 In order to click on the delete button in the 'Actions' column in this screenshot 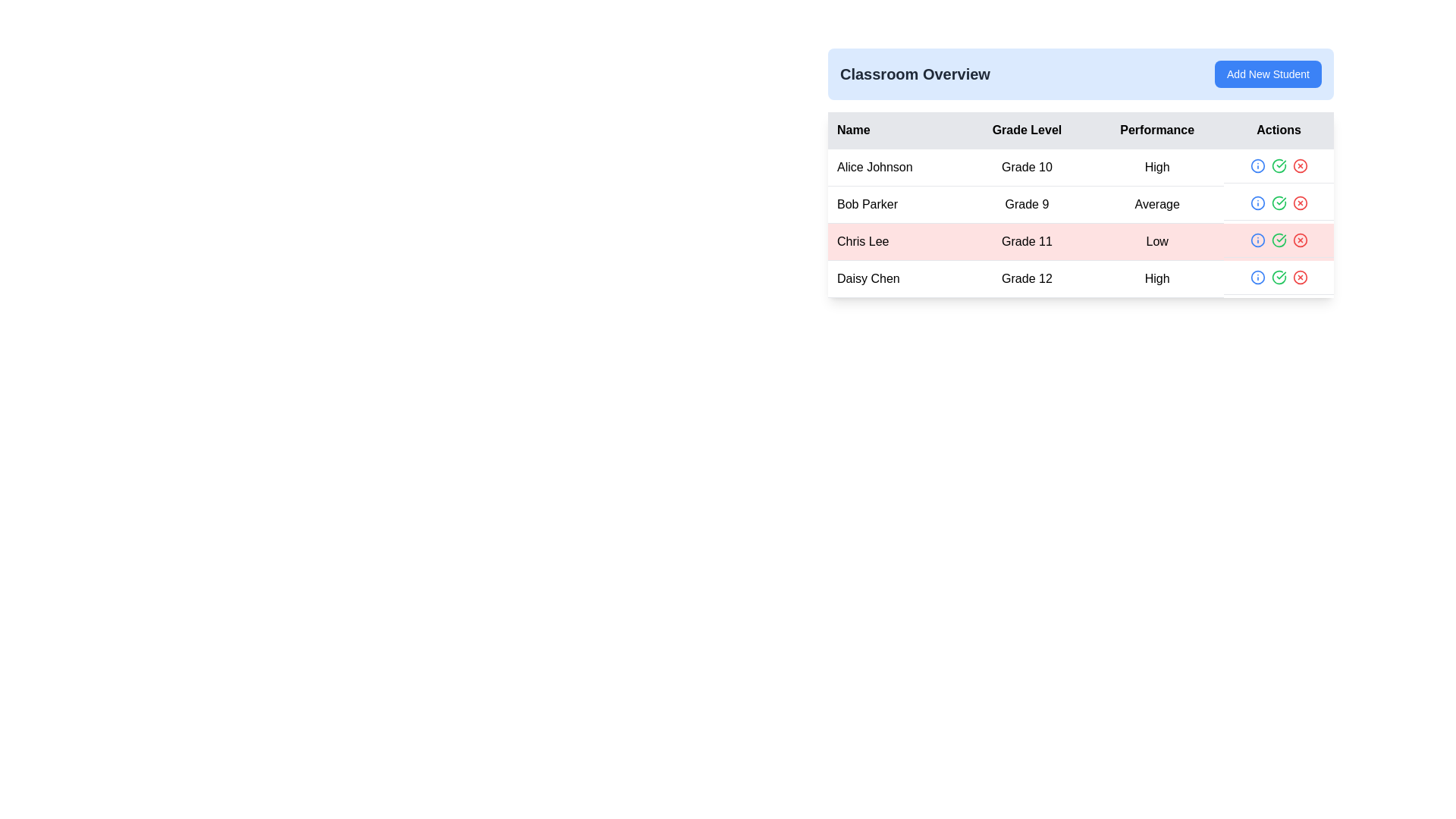, I will do `click(1299, 239)`.